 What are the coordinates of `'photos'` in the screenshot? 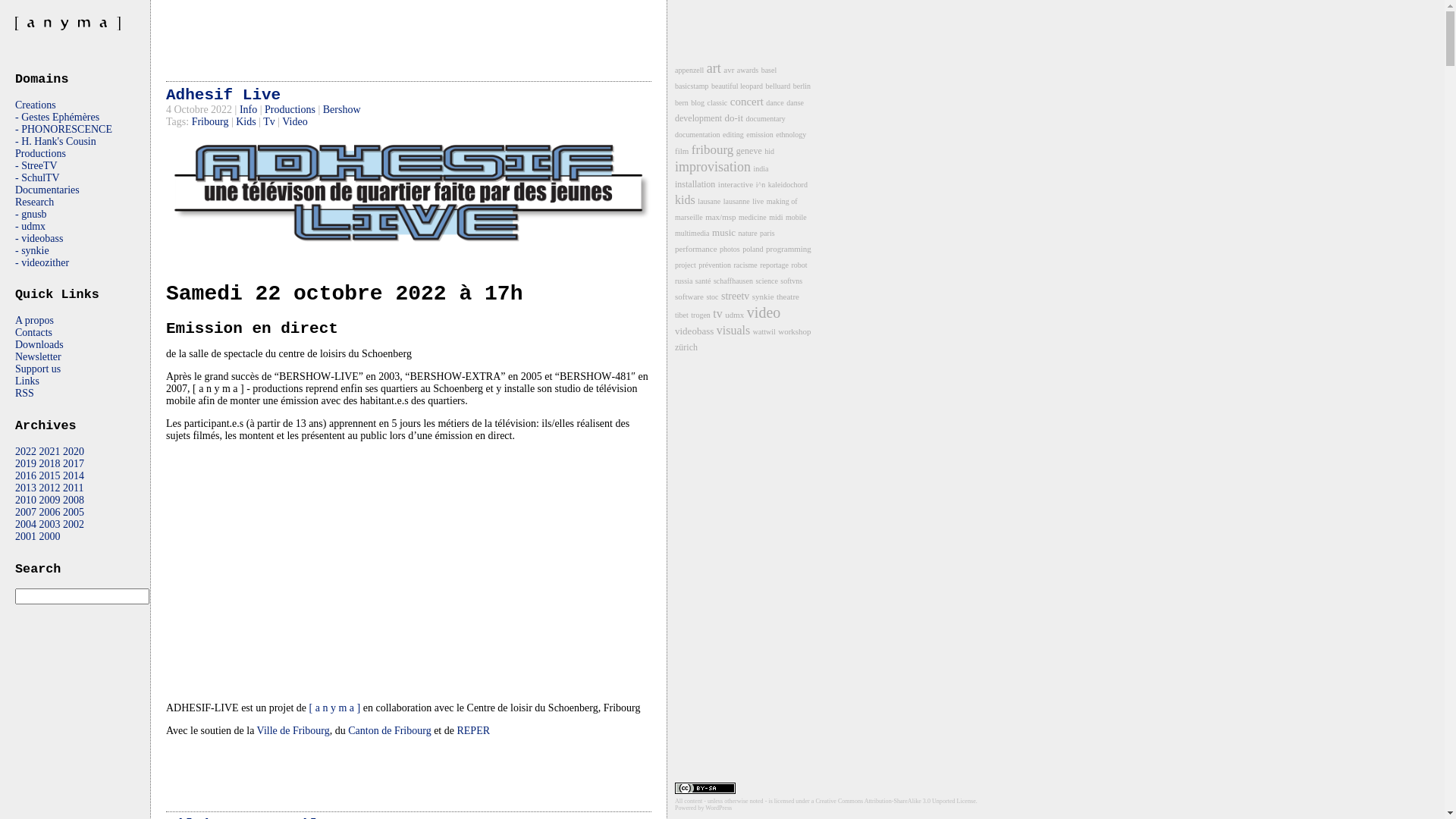 It's located at (730, 248).